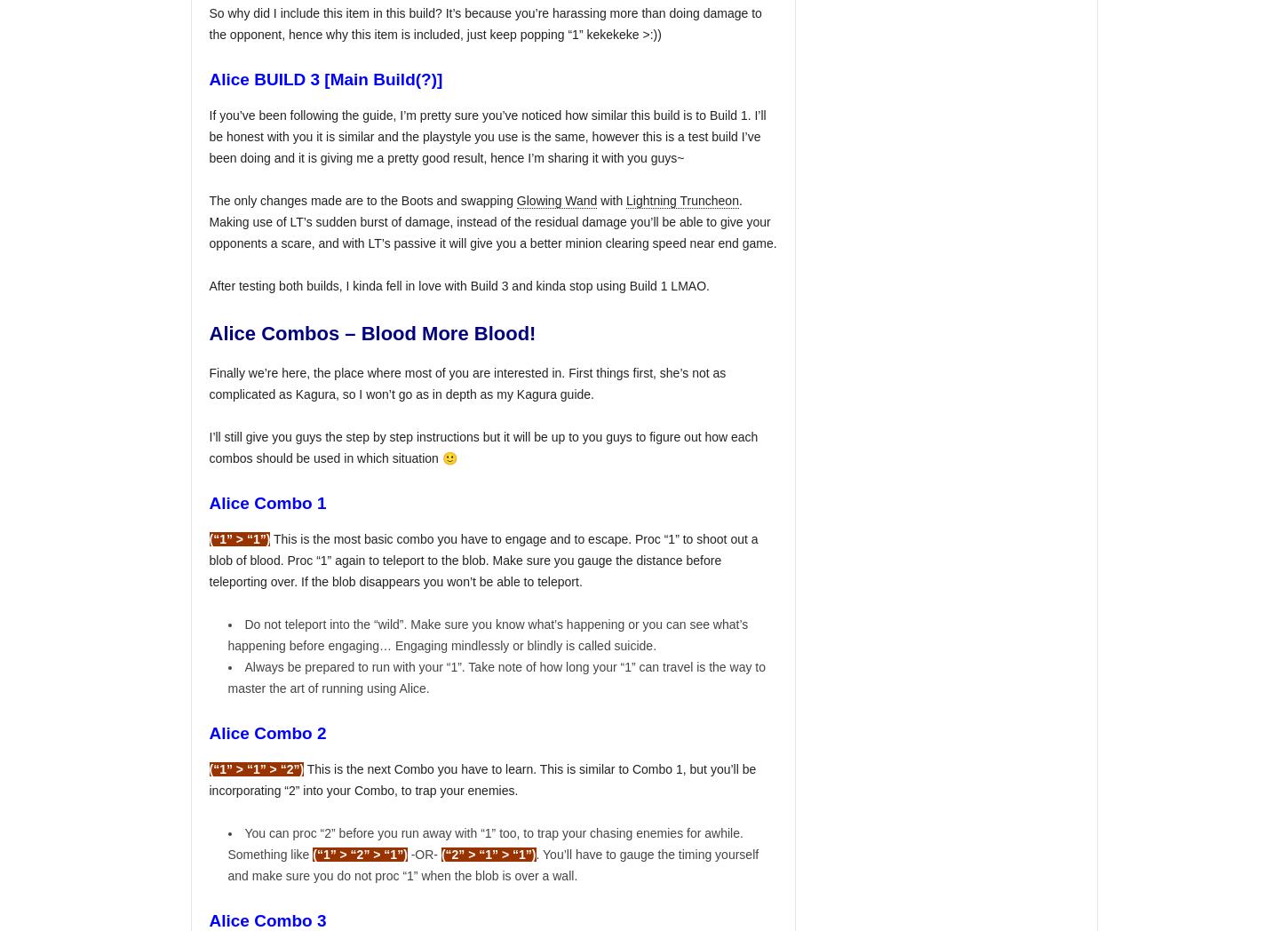  What do you see at coordinates (268, 731) in the screenshot?
I see `'Alice Combo 2'` at bounding box center [268, 731].